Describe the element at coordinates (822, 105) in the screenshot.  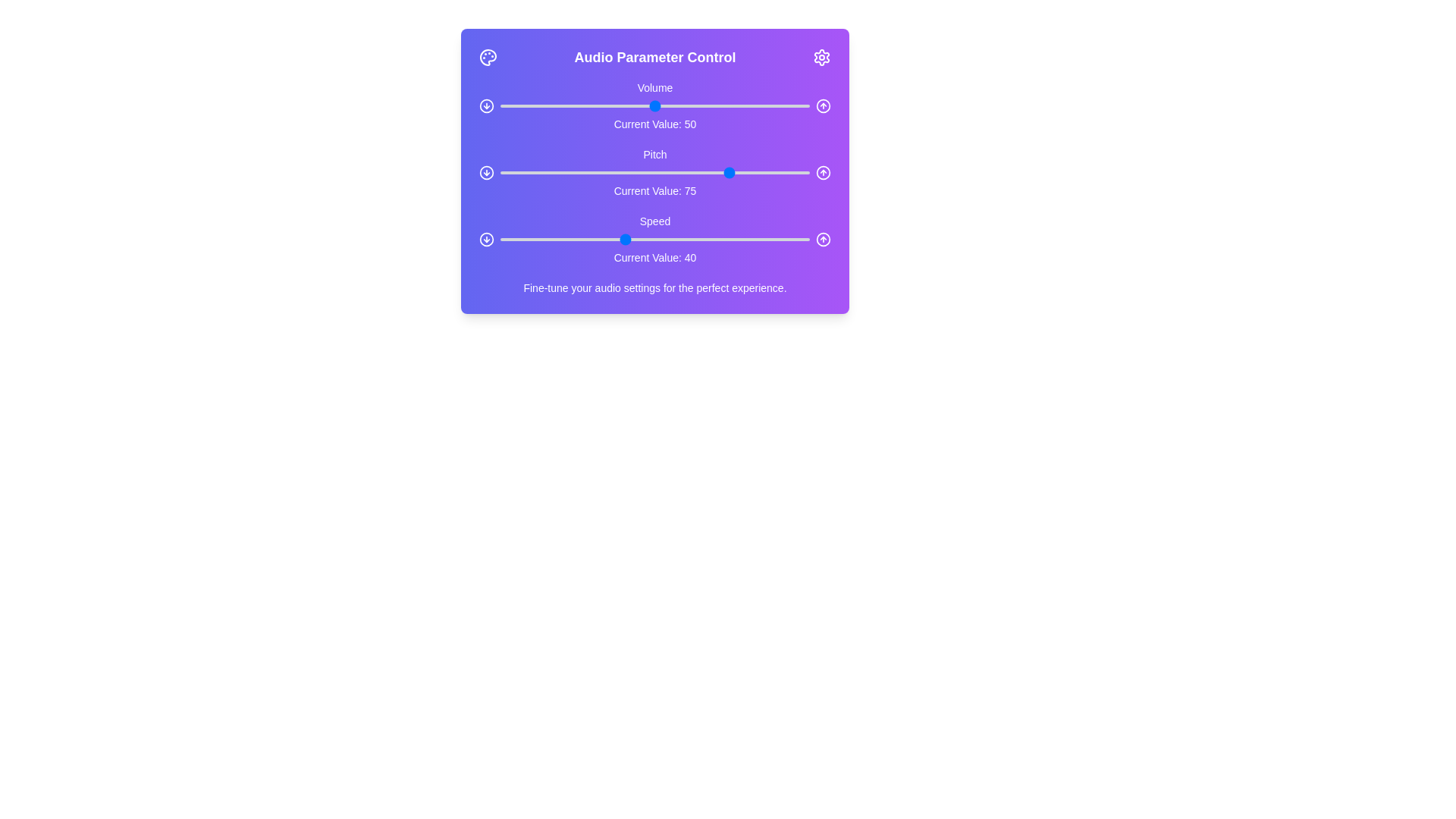
I see `increment button for the parameter volume to increase its value` at that location.